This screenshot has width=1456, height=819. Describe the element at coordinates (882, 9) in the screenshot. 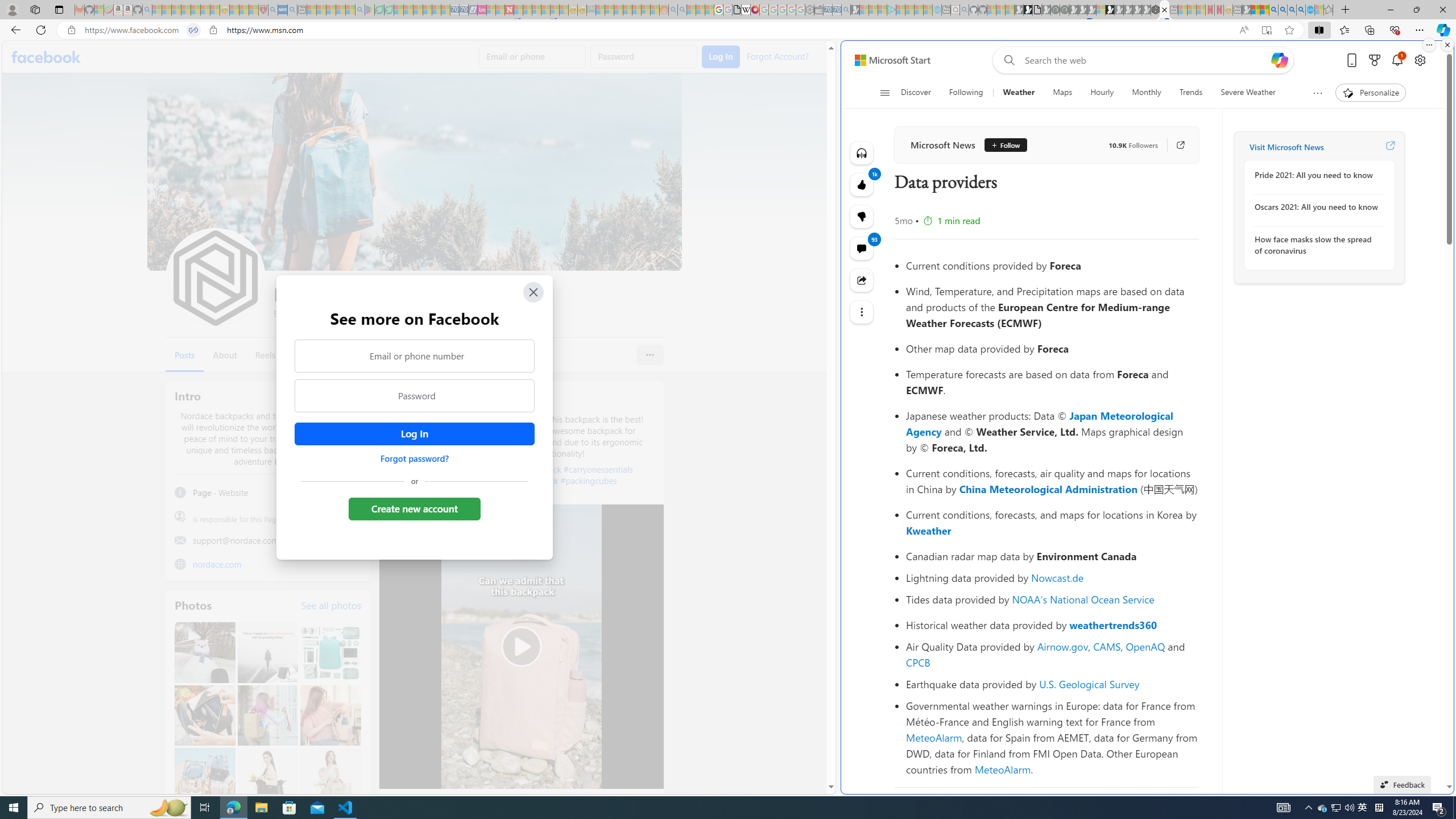

I see `'Microsoft account | Privacy - Sleeping'` at that location.